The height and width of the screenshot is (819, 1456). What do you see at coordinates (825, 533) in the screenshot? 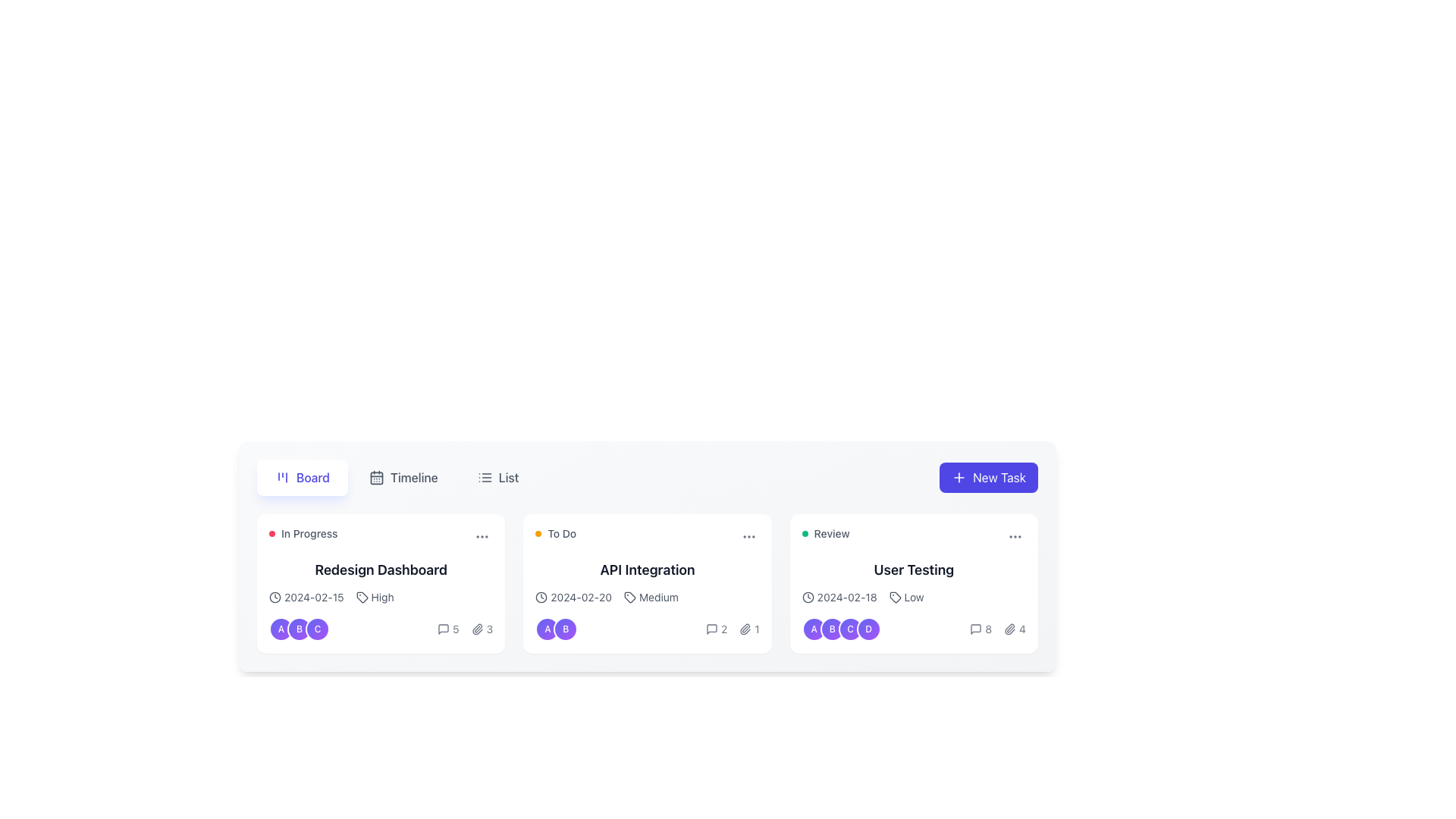
I see `the green circular indicator and 'Review' text label located in the top-left part of the 'User Testing' card for additional information` at bounding box center [825, 533].